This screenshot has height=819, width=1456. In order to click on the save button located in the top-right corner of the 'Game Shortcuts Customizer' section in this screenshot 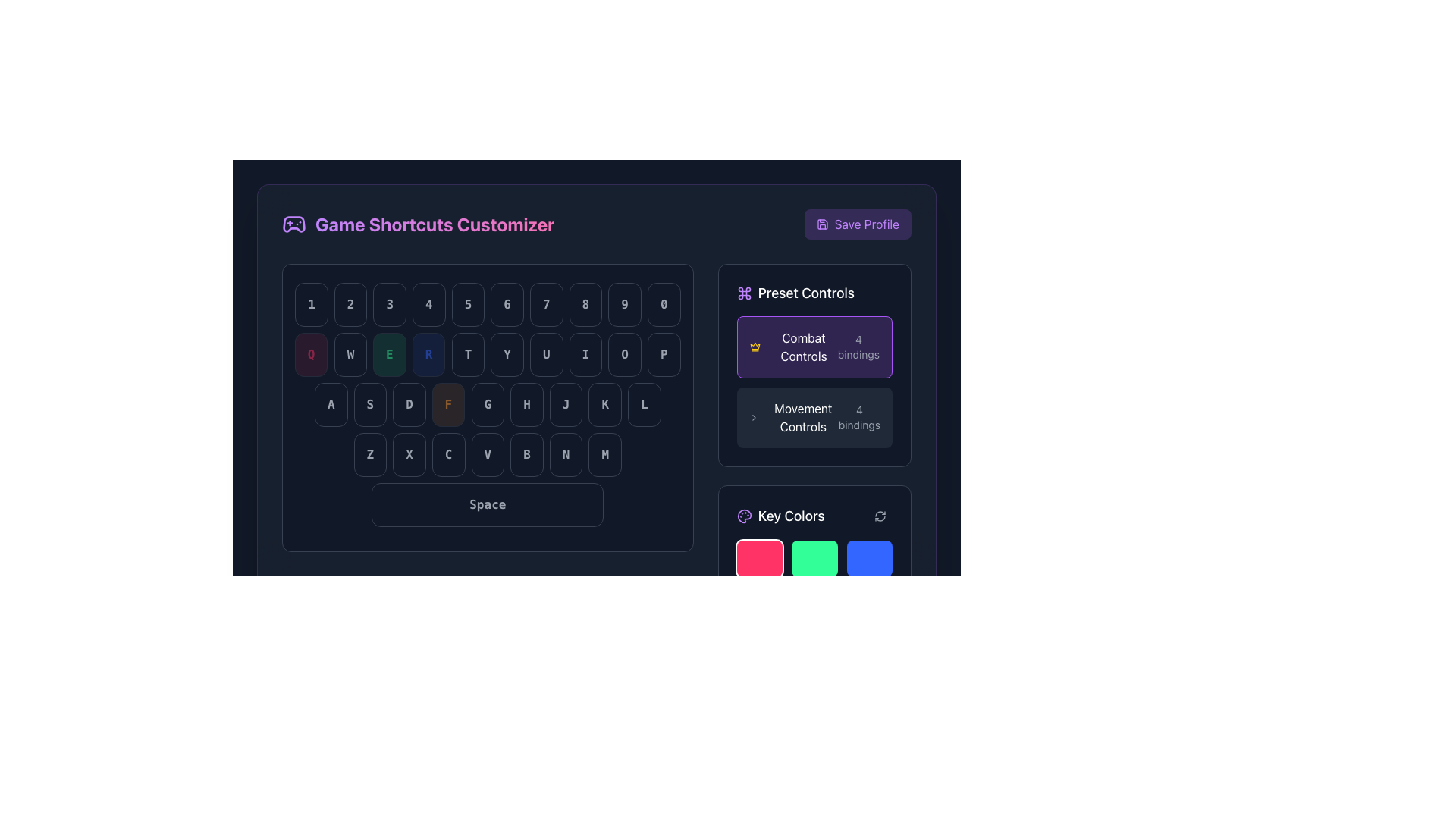, I will do `click(858, 224)`.